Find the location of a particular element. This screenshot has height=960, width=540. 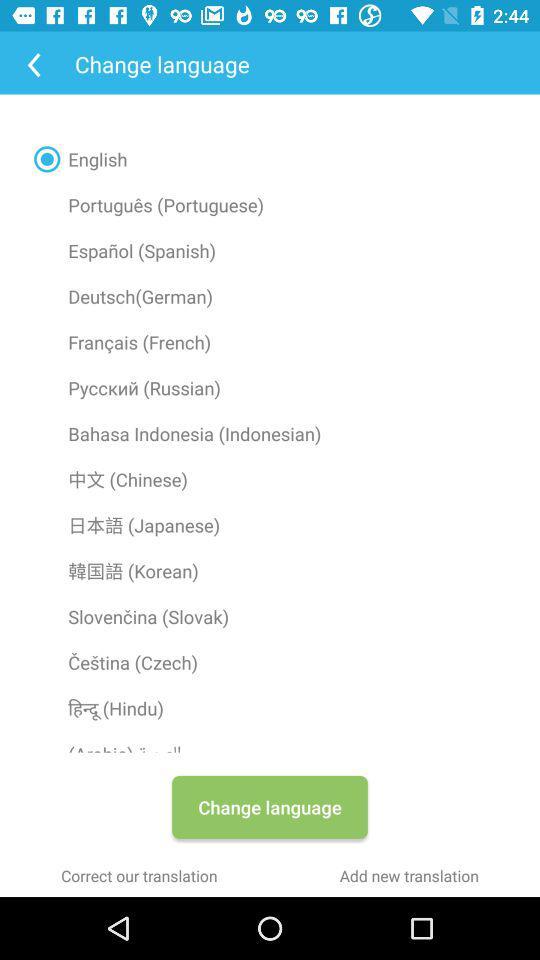

bahasa indonesia (indonesian) item is located at coordinates (270, 433).